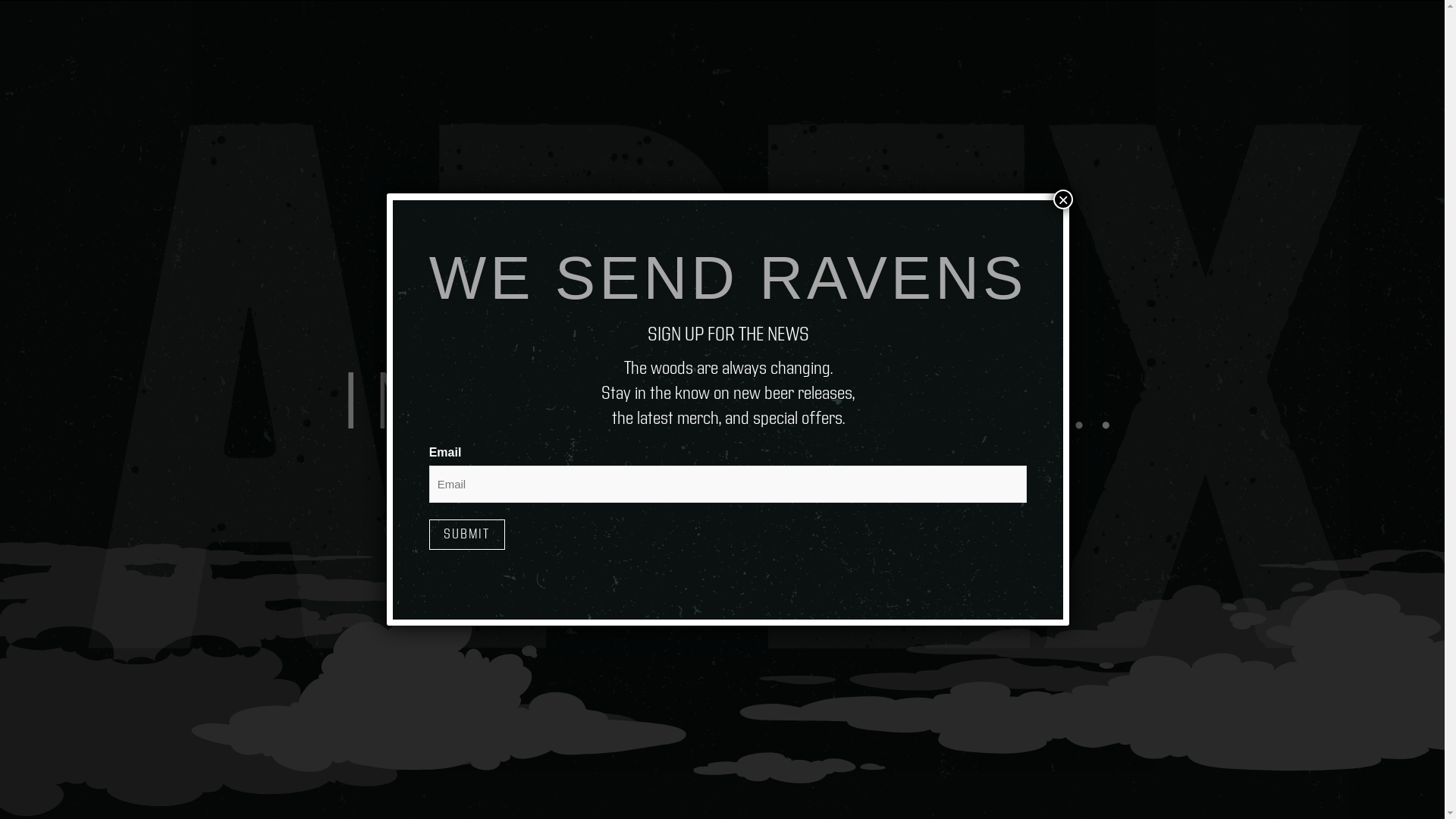  Describe the element at coordinates (466, 534) in the screenshot. I see `'Submit'` at that location.